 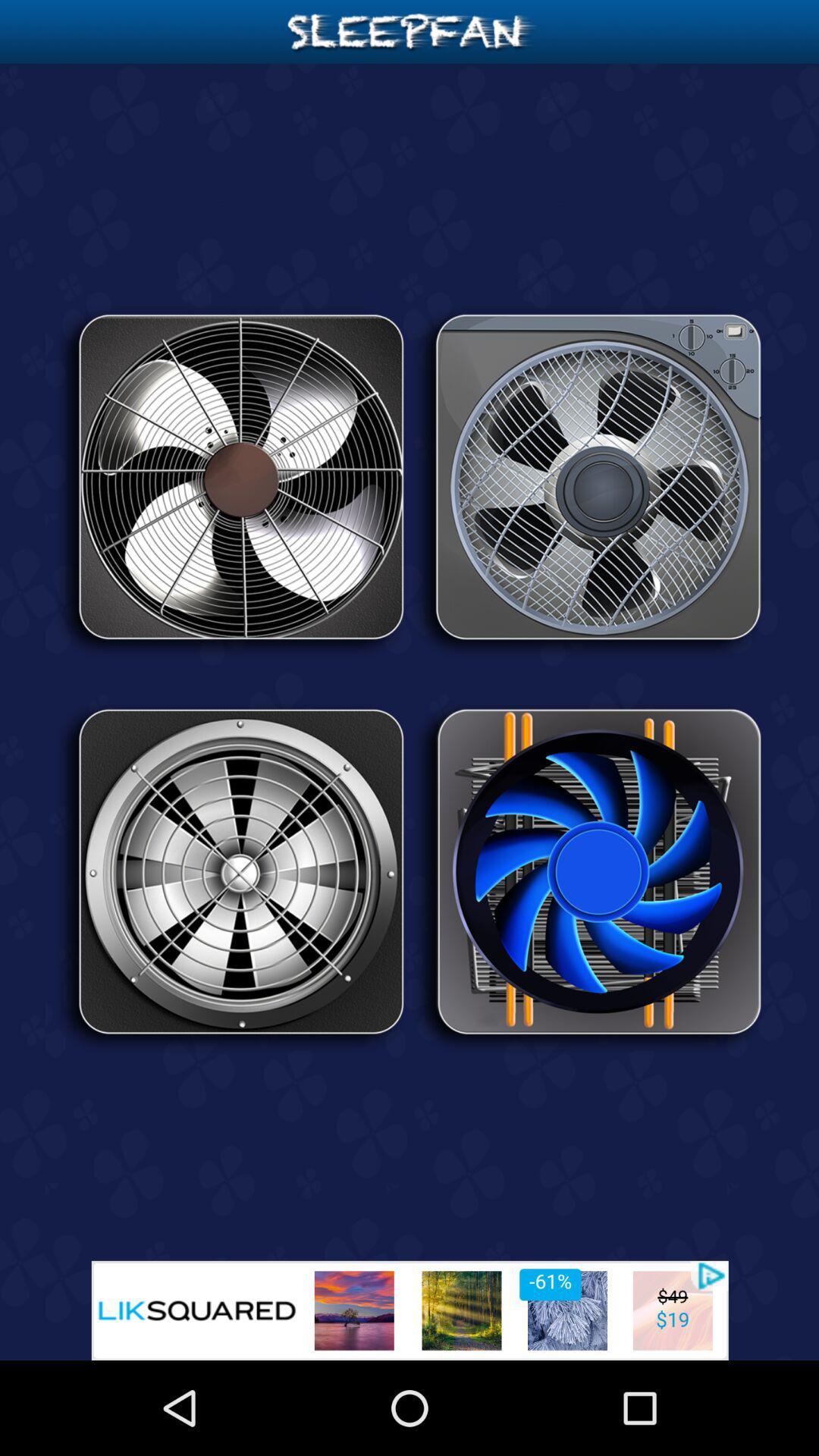 I want to click on advertisements, so click(x=409, y=1310).